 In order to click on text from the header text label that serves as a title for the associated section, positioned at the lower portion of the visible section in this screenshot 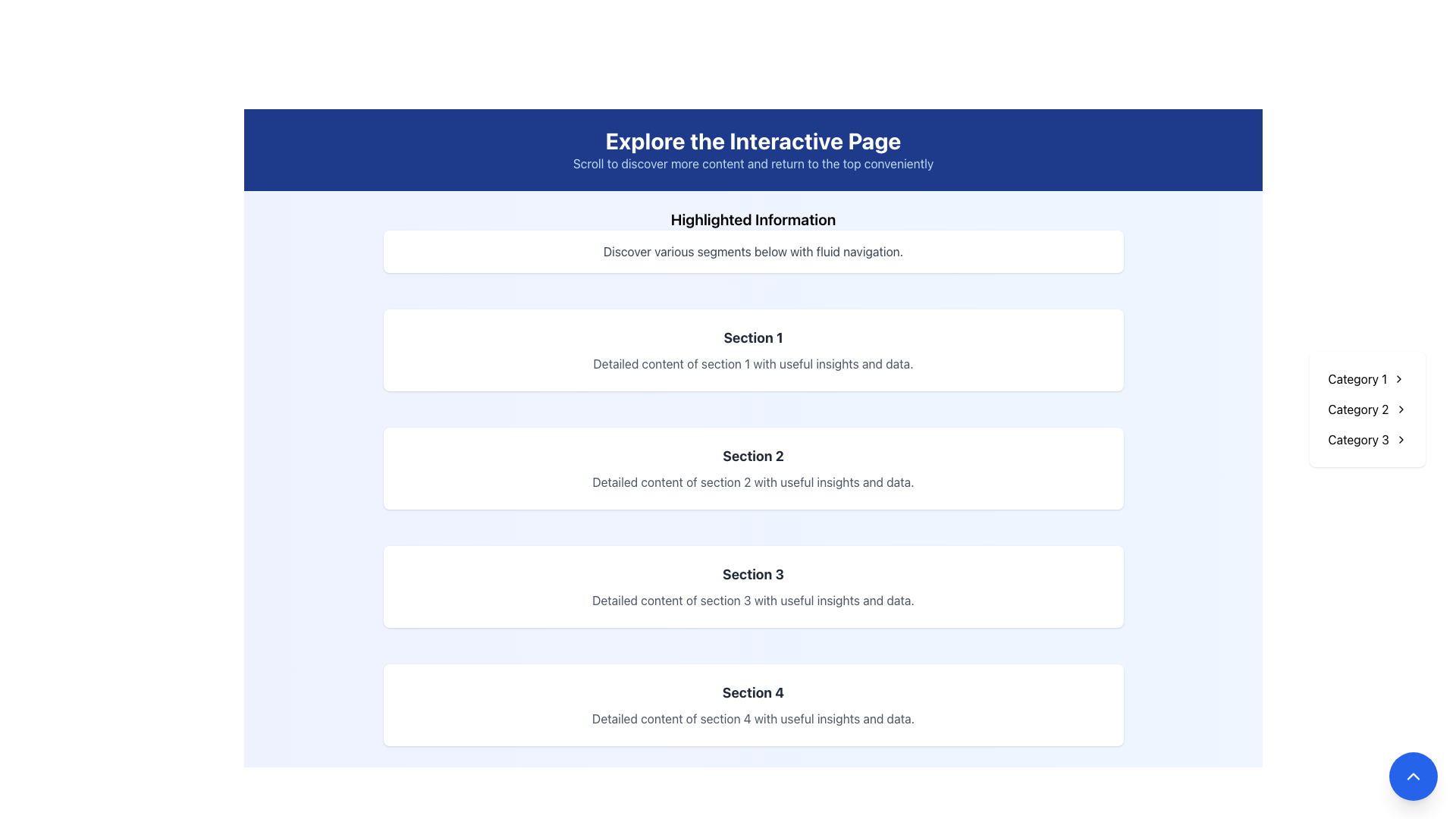, I will do `click(753, 693)`.